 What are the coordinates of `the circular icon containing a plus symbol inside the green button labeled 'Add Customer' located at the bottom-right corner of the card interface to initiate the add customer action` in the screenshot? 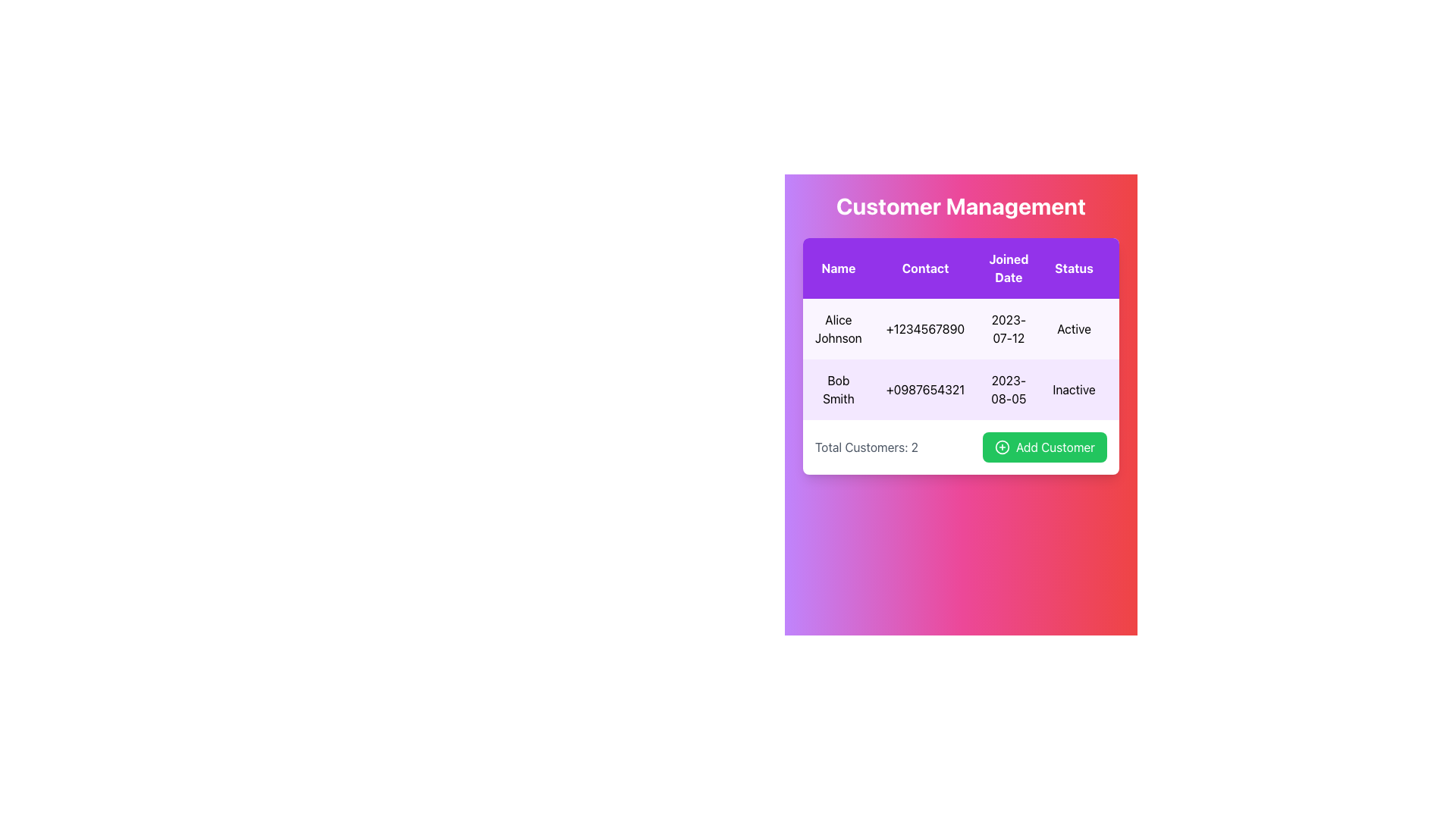 It's located at (1002, 447).